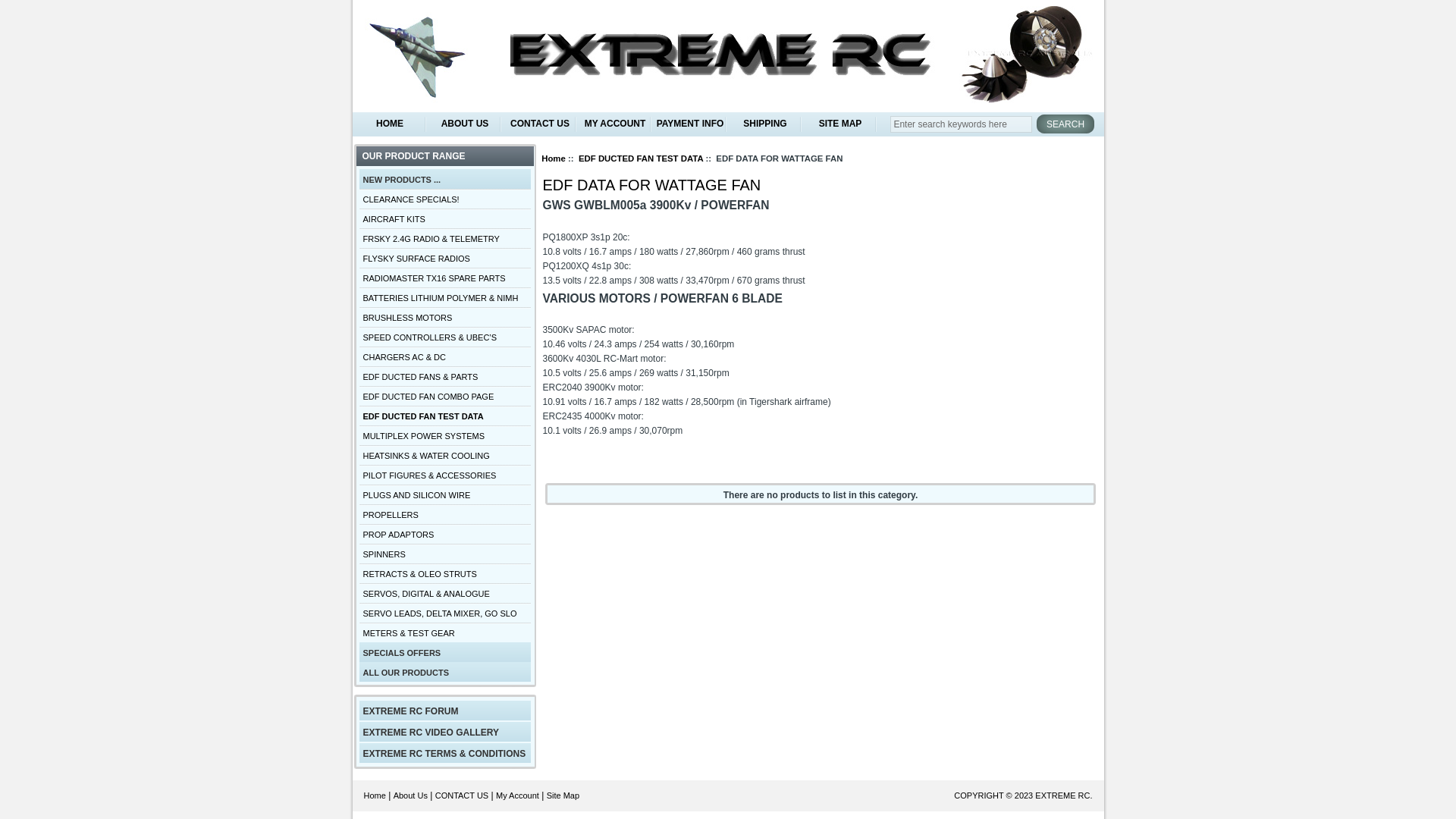 The width and height of the screenshot is (1456, 819). What do you see at coordinates (359, 315) in the screenshot?
I see `'BRUSHLESS MOTORS'` at bounding box center [359, 315].